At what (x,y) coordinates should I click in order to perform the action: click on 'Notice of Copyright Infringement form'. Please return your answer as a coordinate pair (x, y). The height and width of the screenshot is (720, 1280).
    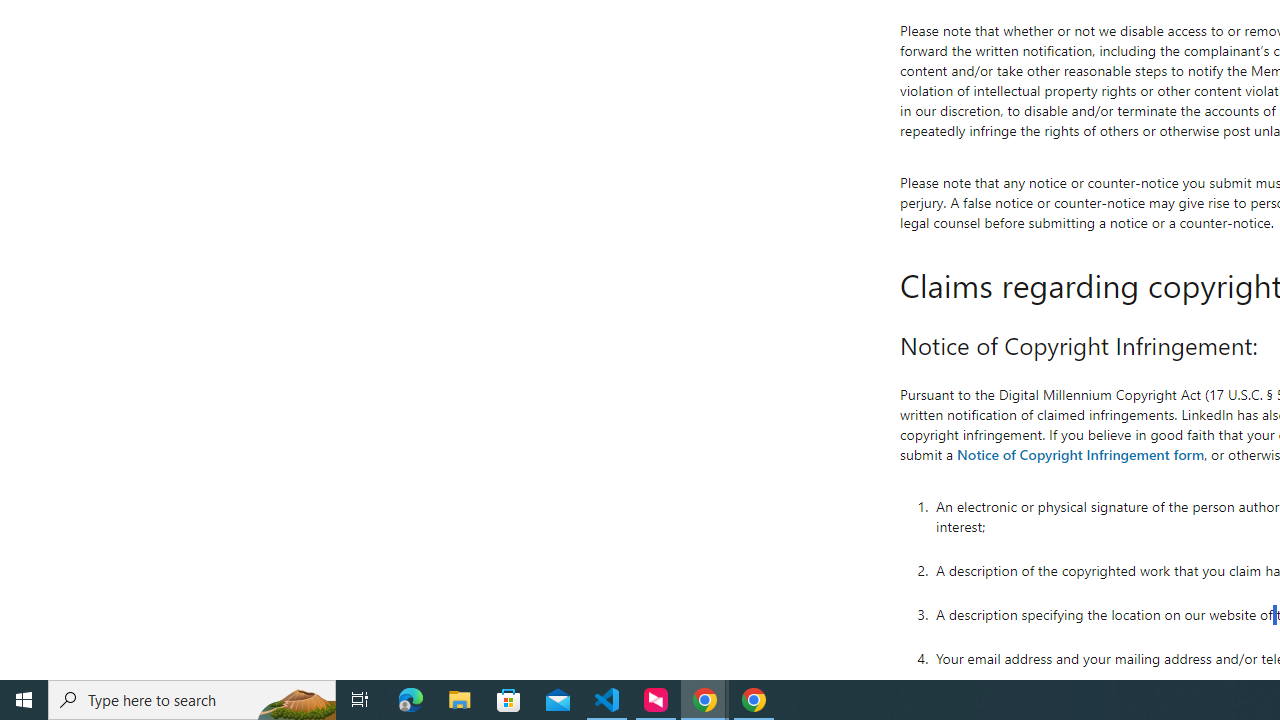
    Looking at the image, I should click on (1079, 453).